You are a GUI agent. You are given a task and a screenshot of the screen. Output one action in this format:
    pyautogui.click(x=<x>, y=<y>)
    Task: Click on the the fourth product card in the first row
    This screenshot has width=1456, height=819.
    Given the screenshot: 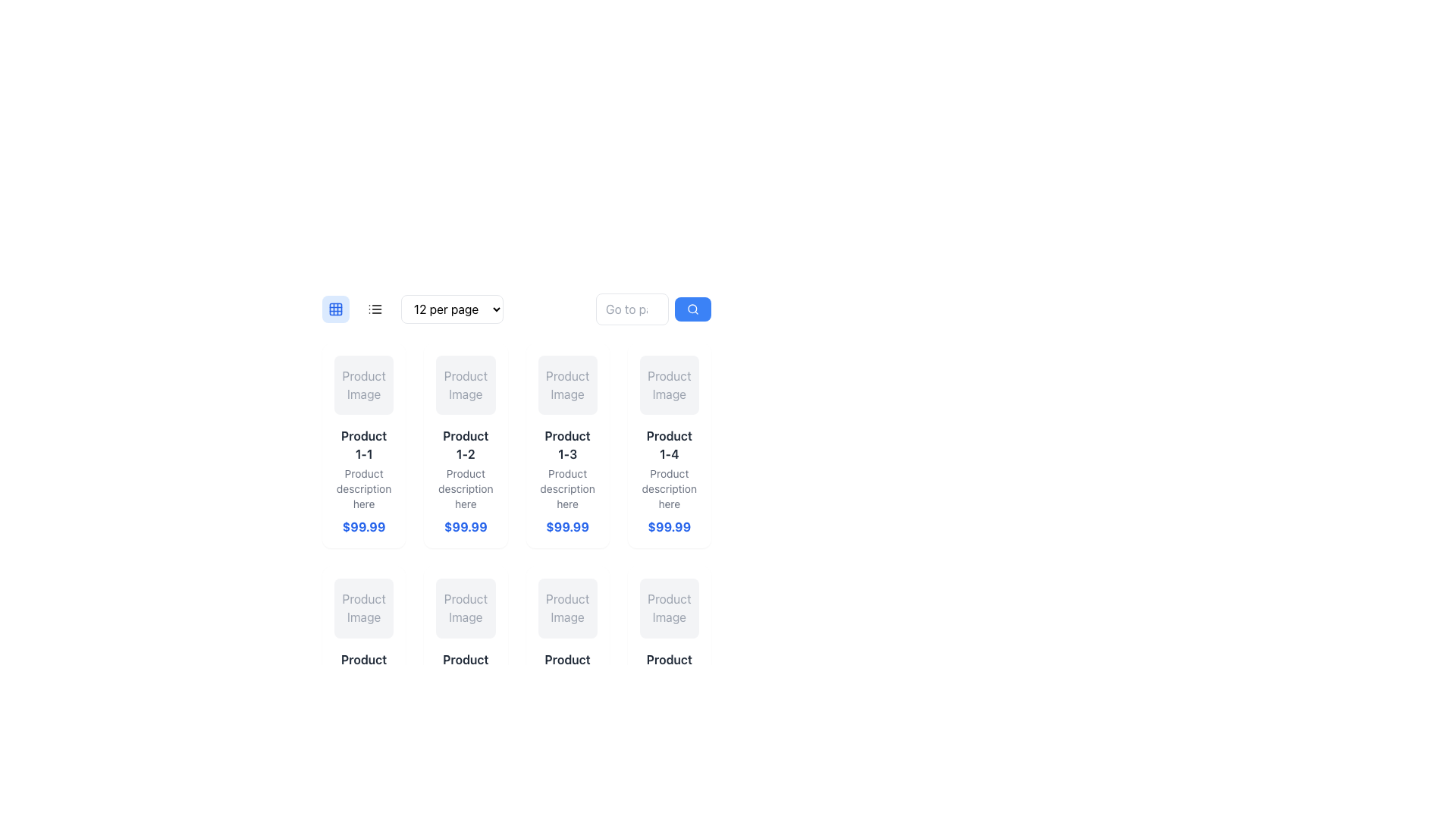 What is the action you would take?
    pyautogui.click(x=668, y=445)
    